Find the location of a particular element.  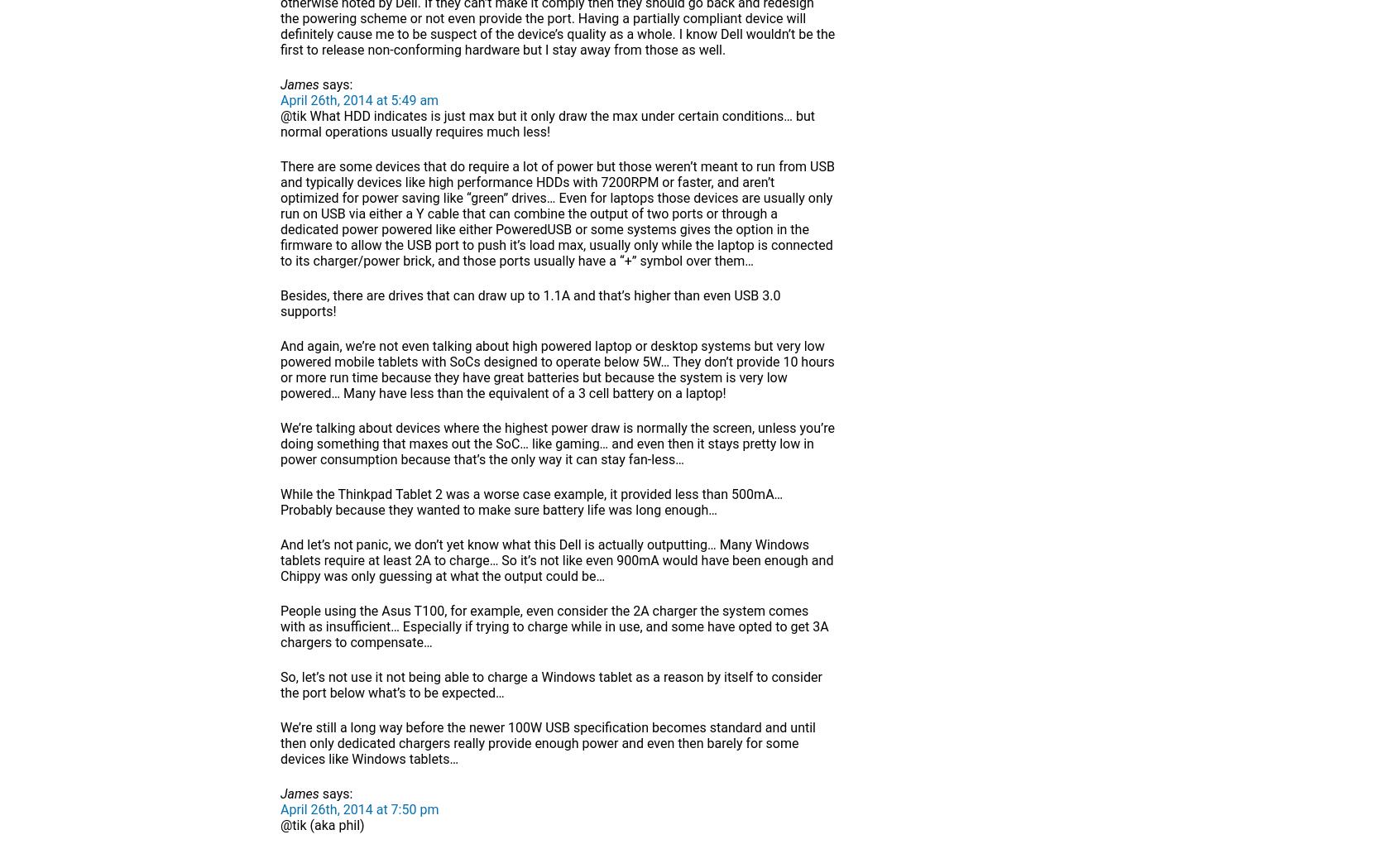

'So, let’s not use it not being able to charge a Windows tablet as a reason by itself to consider the port below what’s to be expected…' is located at coordinates (550, 684).